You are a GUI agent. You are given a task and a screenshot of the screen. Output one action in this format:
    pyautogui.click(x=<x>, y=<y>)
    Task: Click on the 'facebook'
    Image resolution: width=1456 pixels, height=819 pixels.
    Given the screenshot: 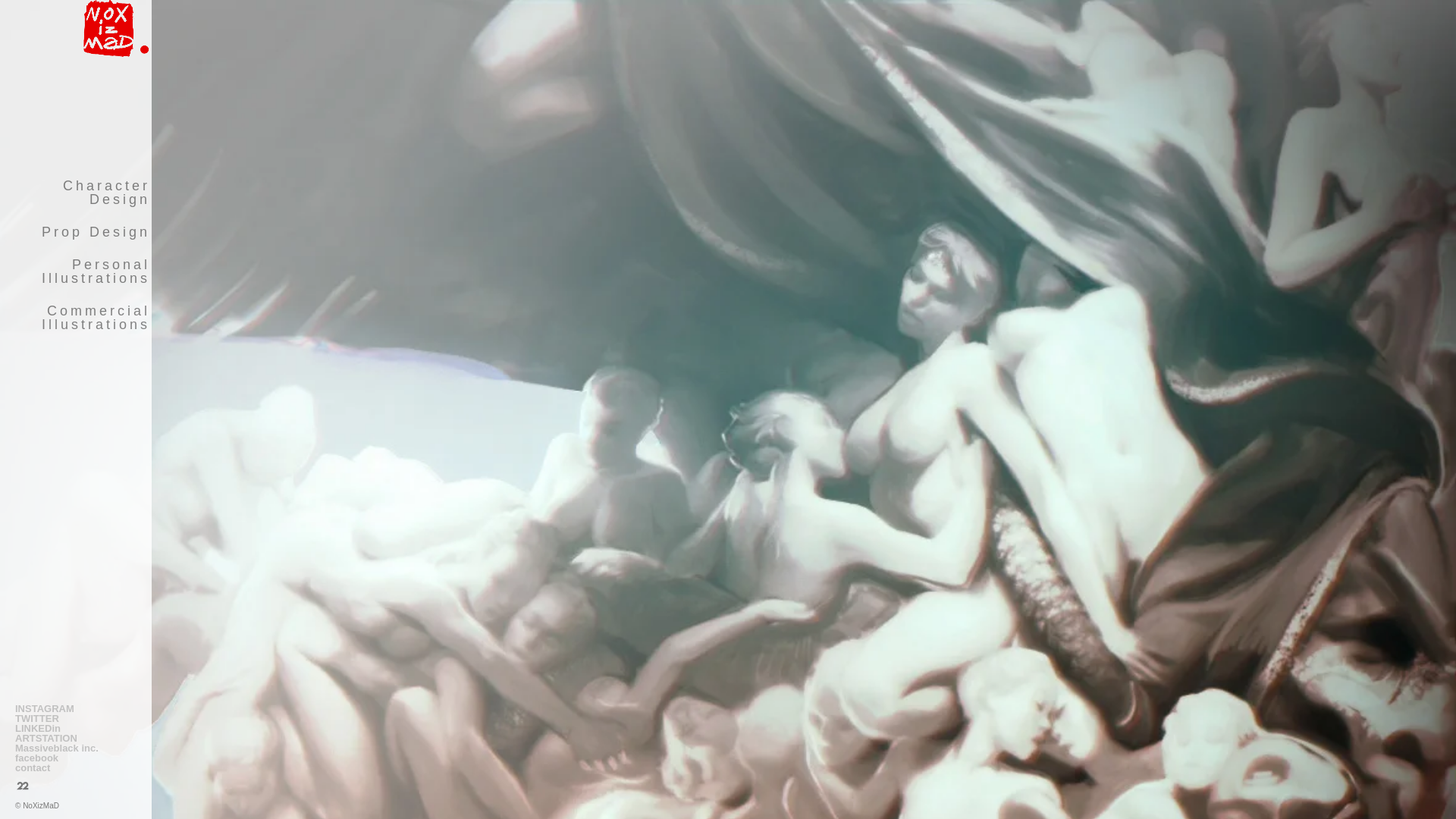 What is the action you would take?
    pyautogui.click(x=75, y=758)
    